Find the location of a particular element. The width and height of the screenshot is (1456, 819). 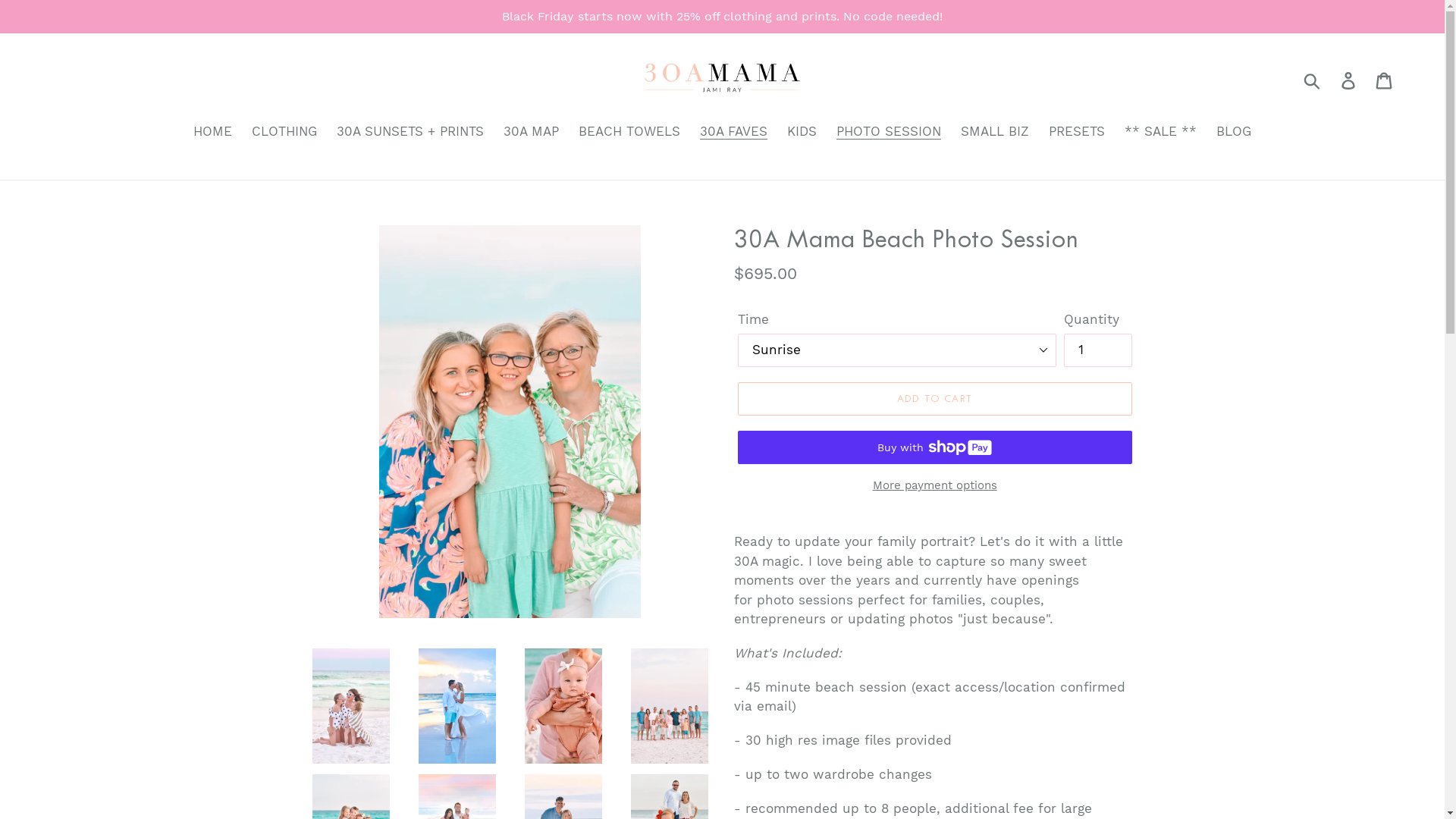

'30A MAP' is located at coordinates (531, 132).